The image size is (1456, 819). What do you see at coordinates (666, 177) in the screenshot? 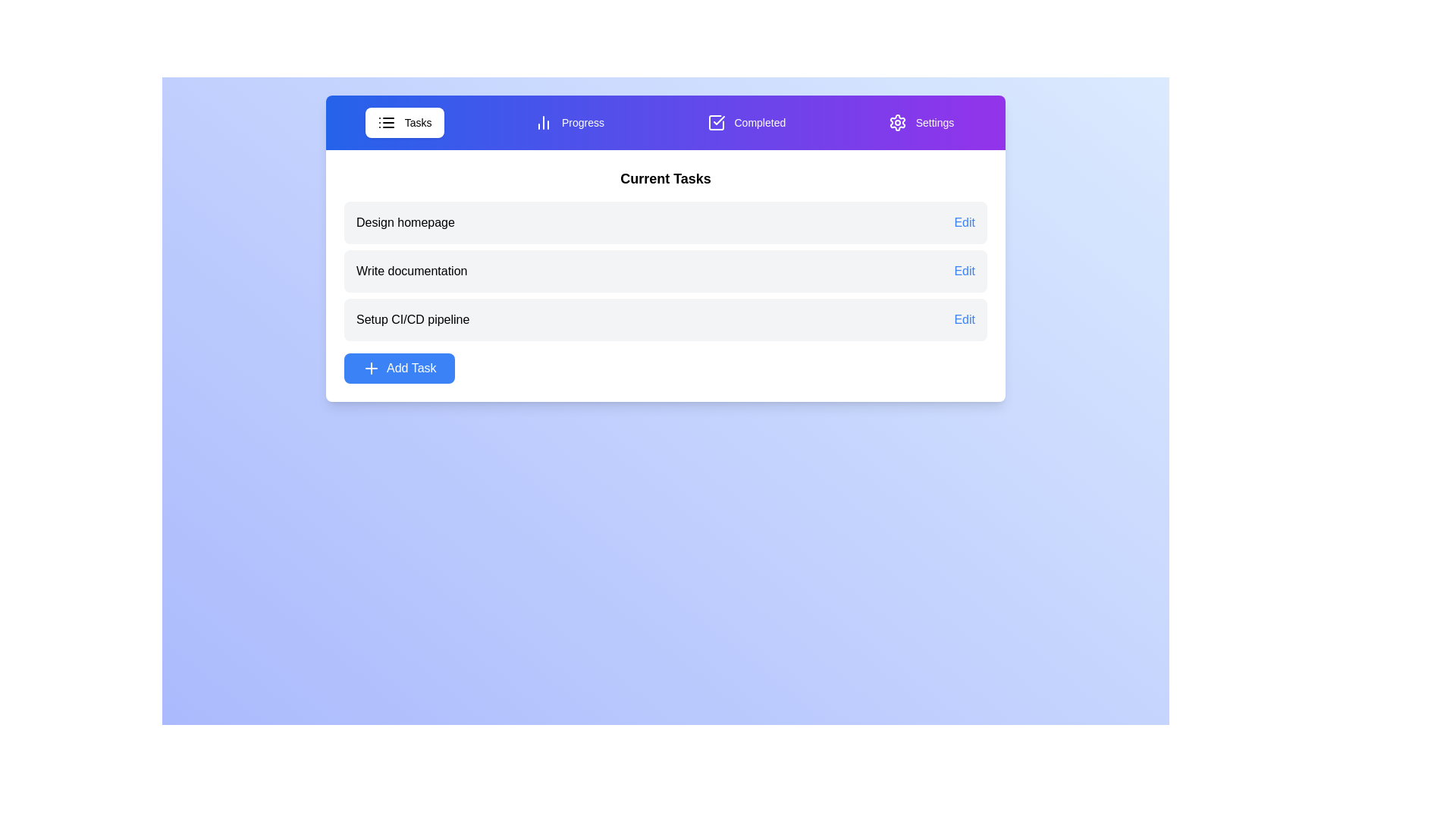
I see `text of the prominent text header labeled 'Current Tasks', which is bold and located at the top center of the panel` at bounding box center [666, 177].